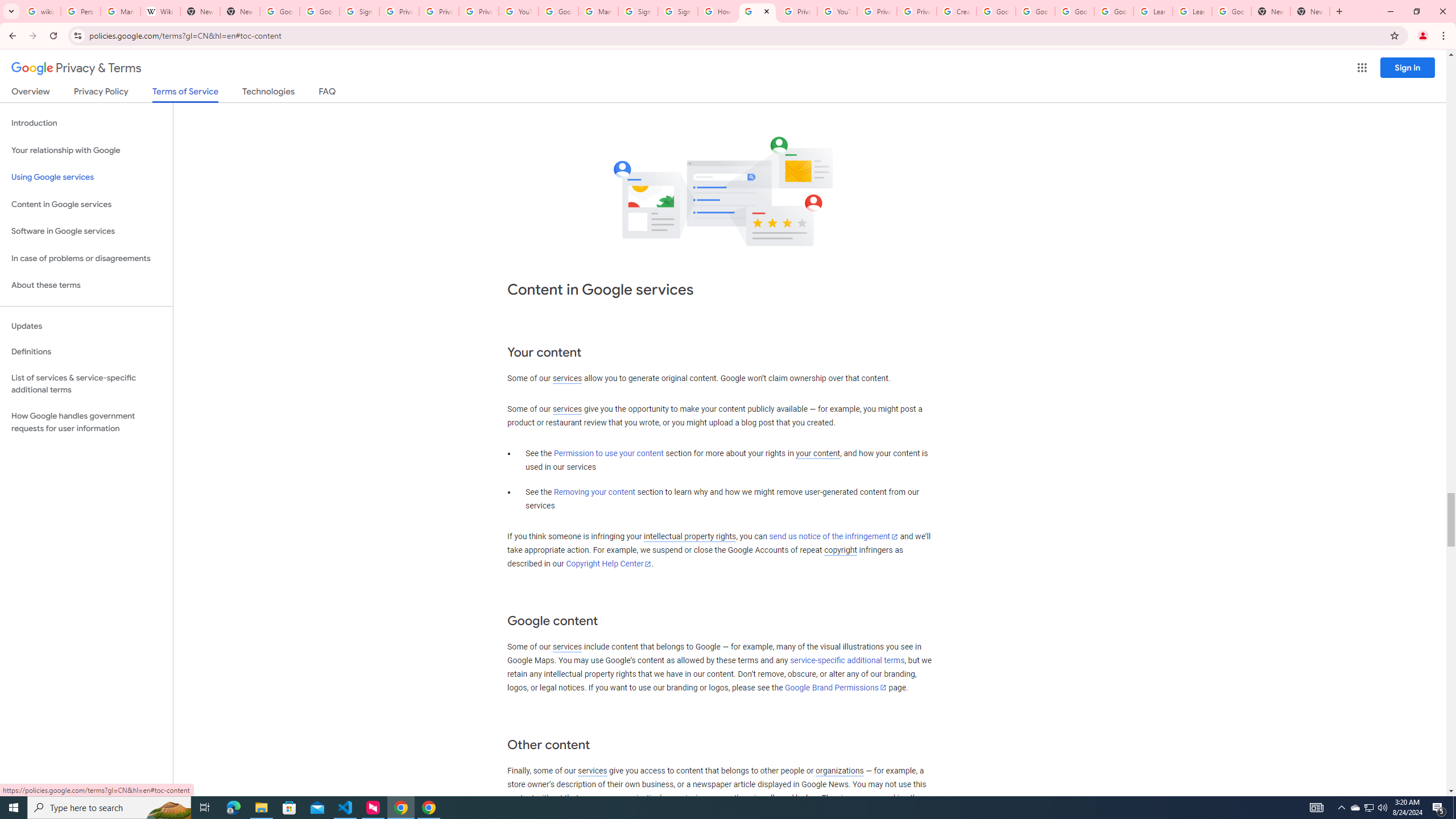 The height and width of the screenshot is (819, 1456). What do you see at coordinates (86, 230) in the screenshot?
I see `'Software in Google services'` at bounding box center [86, 230].